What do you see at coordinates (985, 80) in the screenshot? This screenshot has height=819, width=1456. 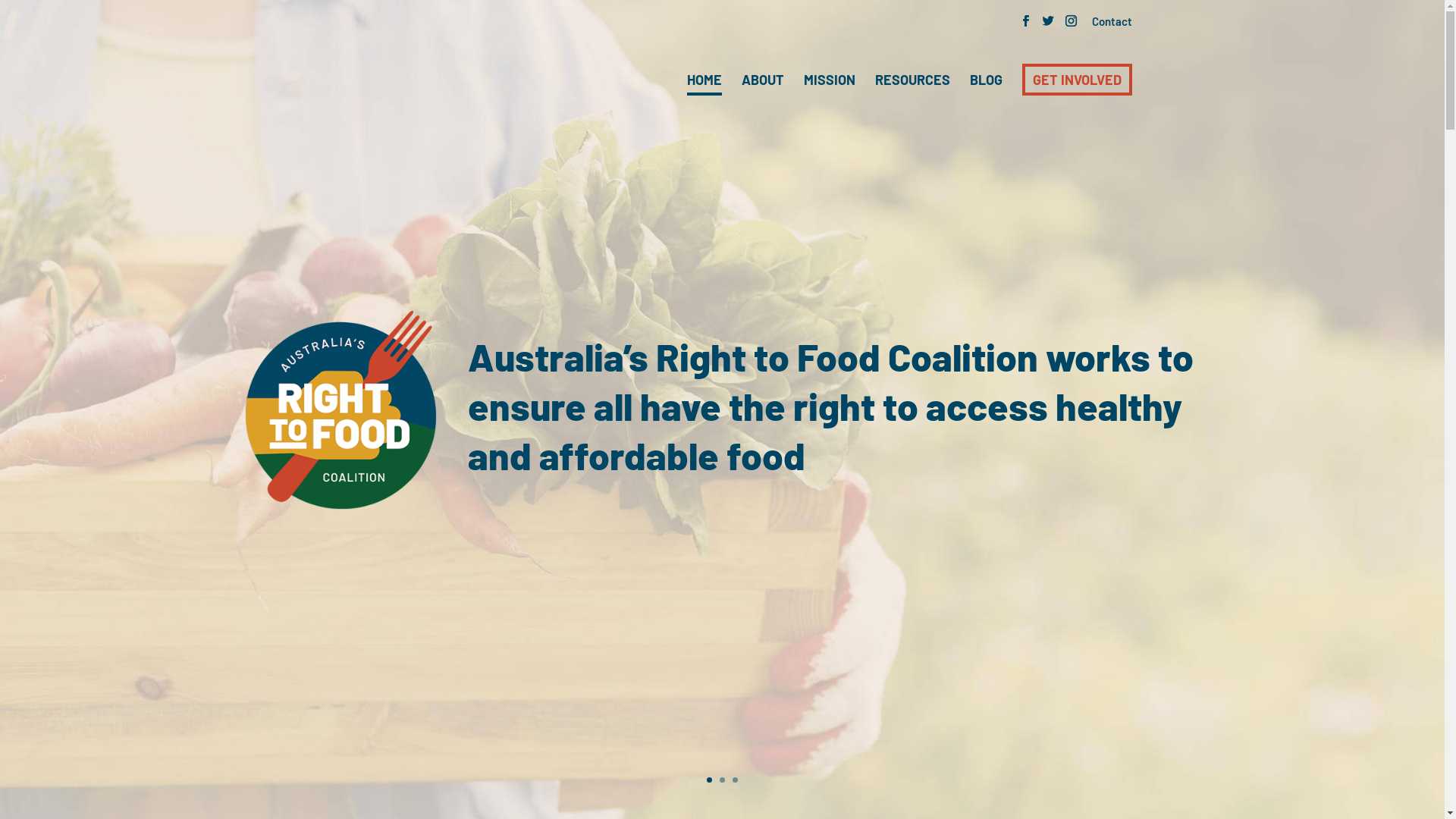 I see `'BLOG'` at bounding box center [985, 80].